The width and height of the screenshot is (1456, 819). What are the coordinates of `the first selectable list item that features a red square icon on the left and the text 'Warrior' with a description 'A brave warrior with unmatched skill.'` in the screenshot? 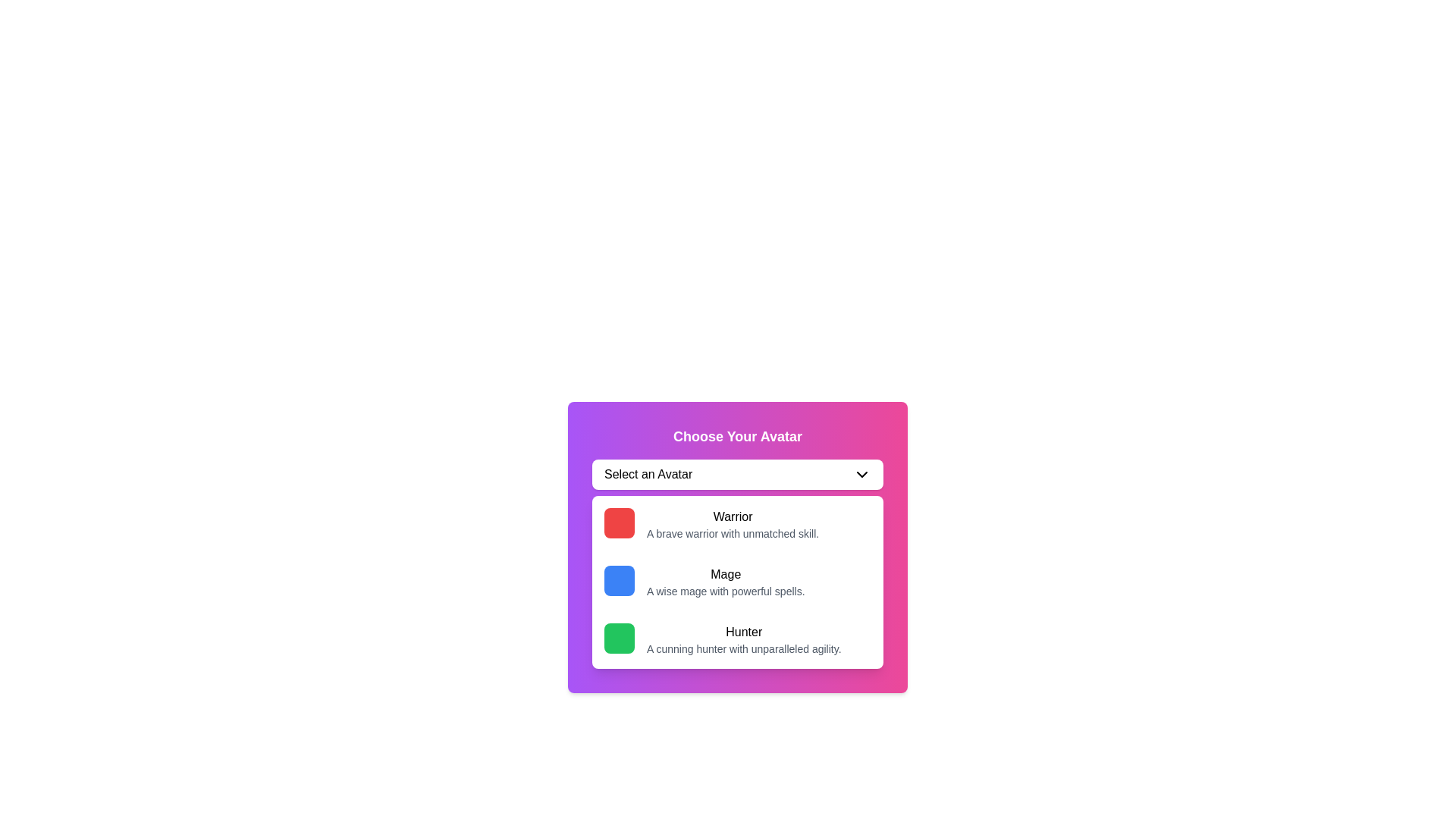 It's located at (738, 523).